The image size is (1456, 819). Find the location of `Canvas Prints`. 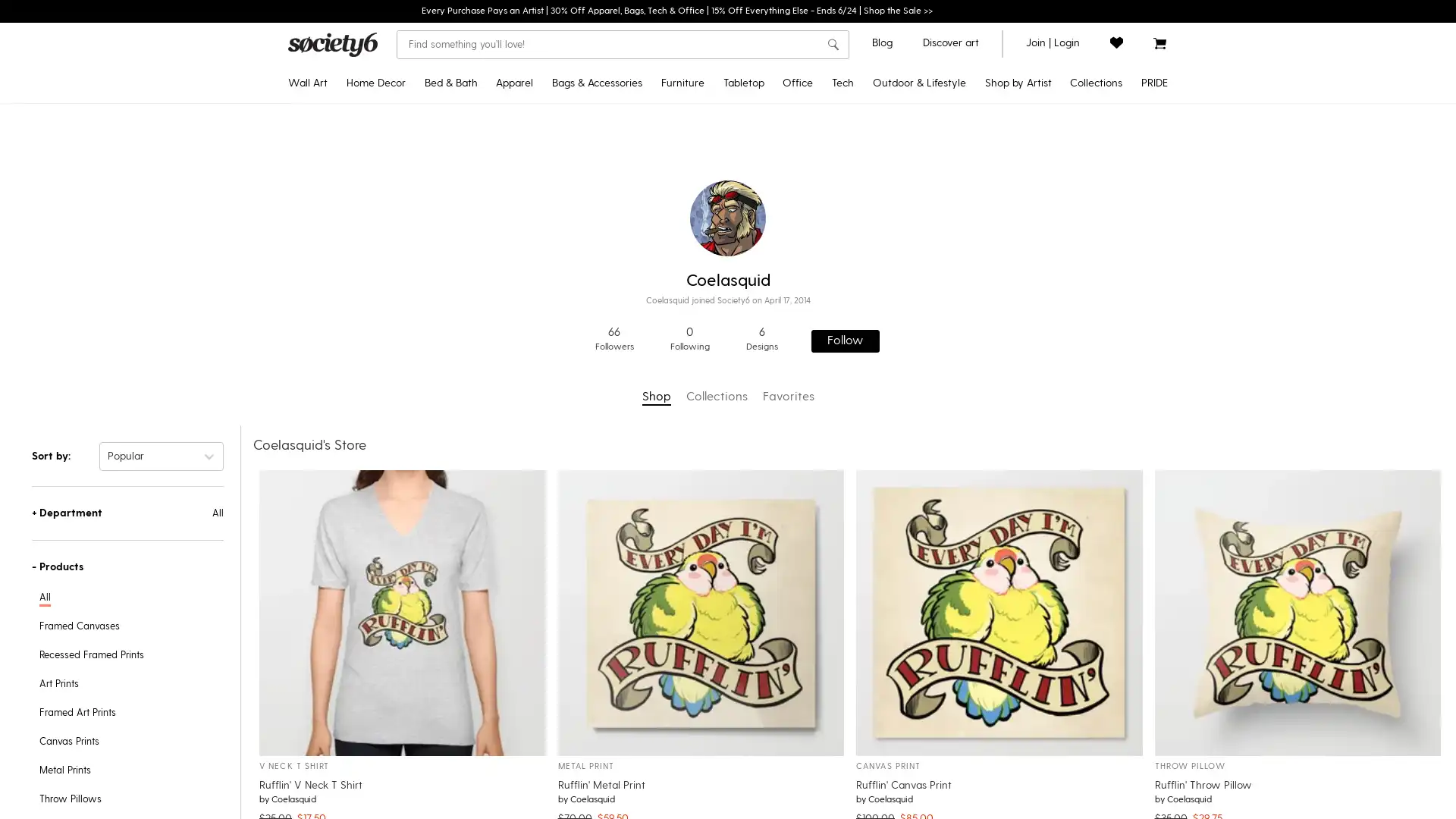

Canvas Prints is located at coordinates (356, 194).